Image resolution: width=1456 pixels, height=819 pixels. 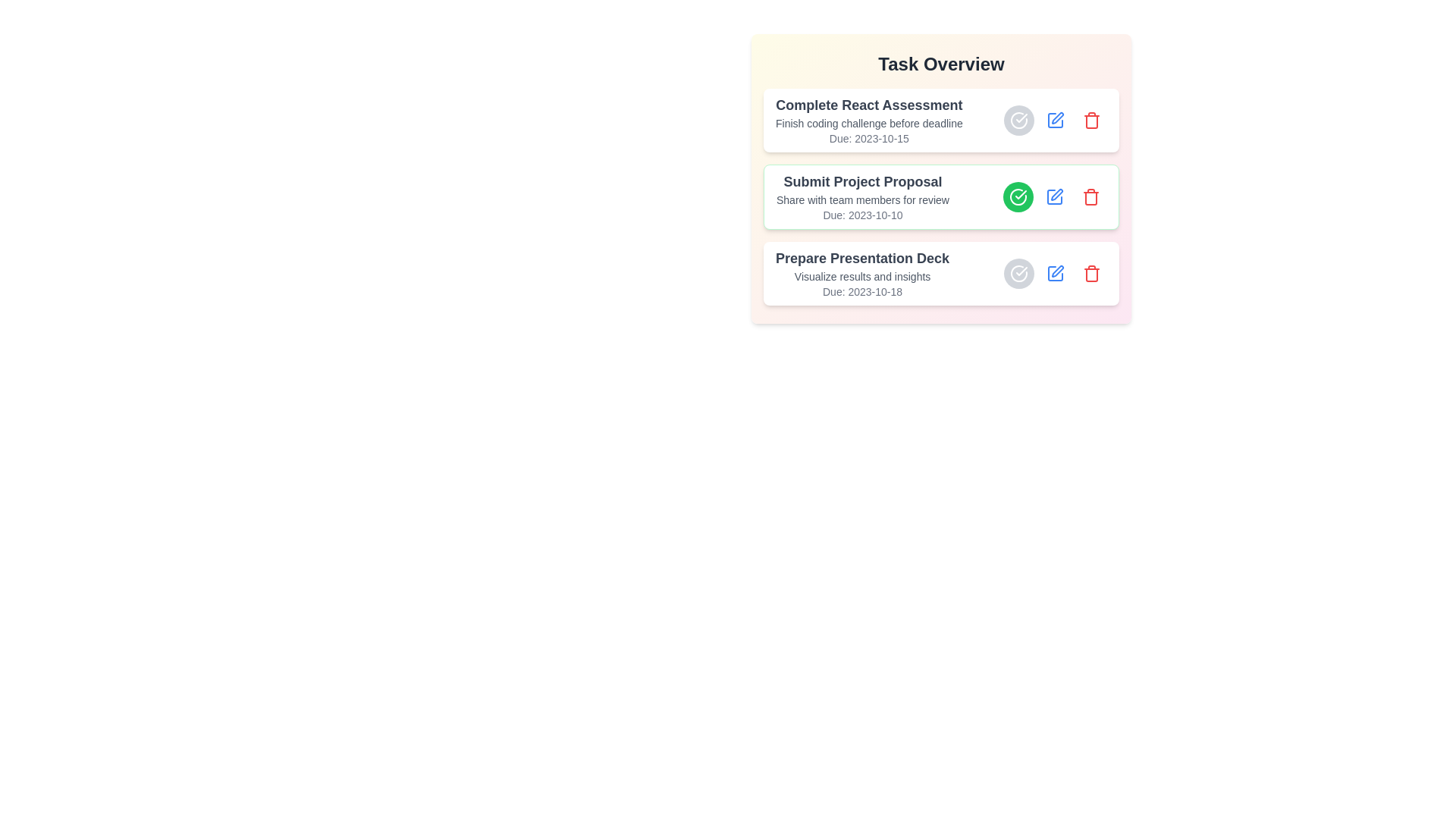 I want to click on the check button of the task titled 'Submit Project Proposal' to toggle its completion status, so click(x=1018, y=196).